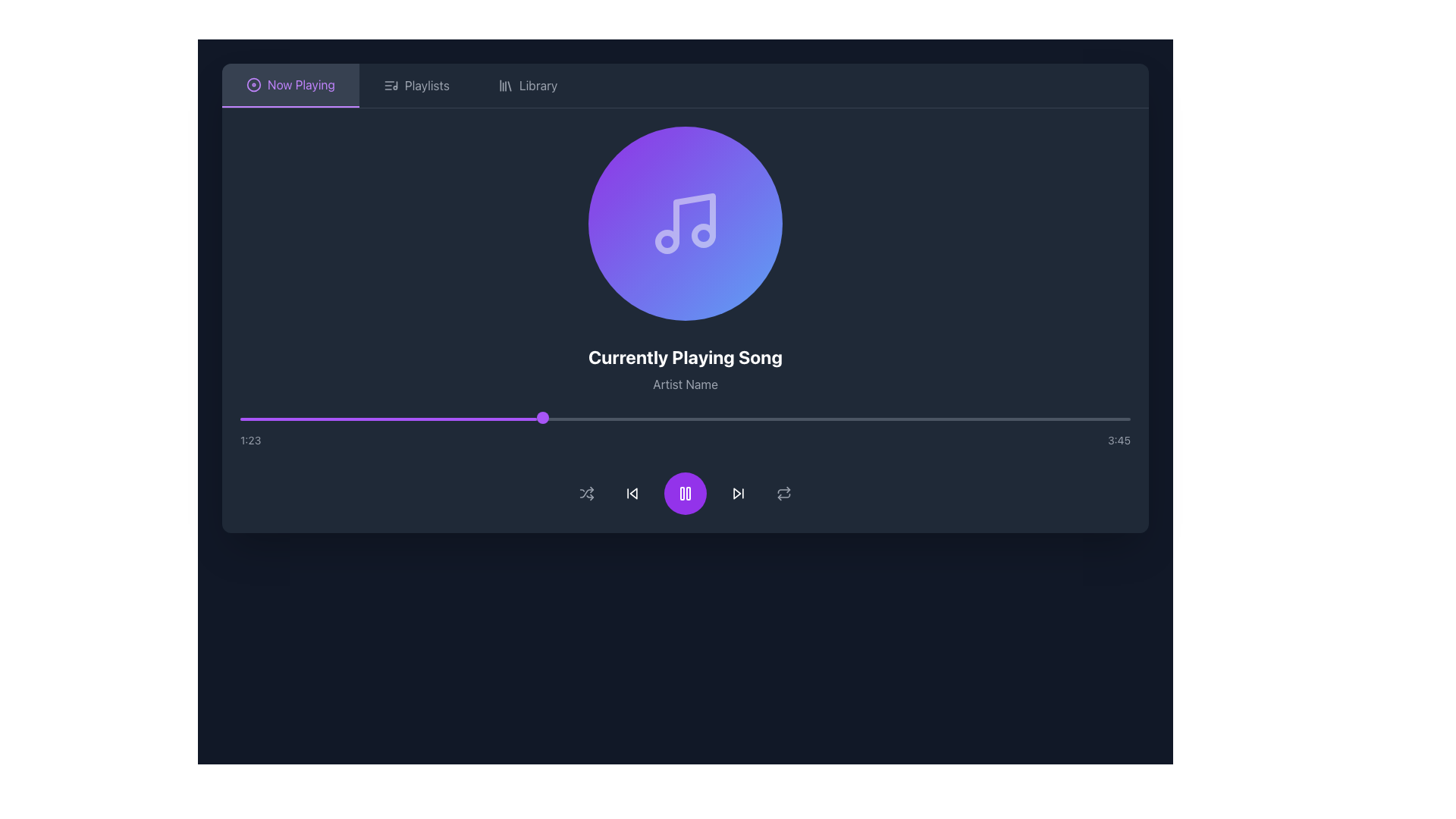  Describe the element at coordinates (301, 84) in the screenshot. I see `the text label indicating the current state, which is located to the right of a small circular icon in the top left of the interface` at that location.